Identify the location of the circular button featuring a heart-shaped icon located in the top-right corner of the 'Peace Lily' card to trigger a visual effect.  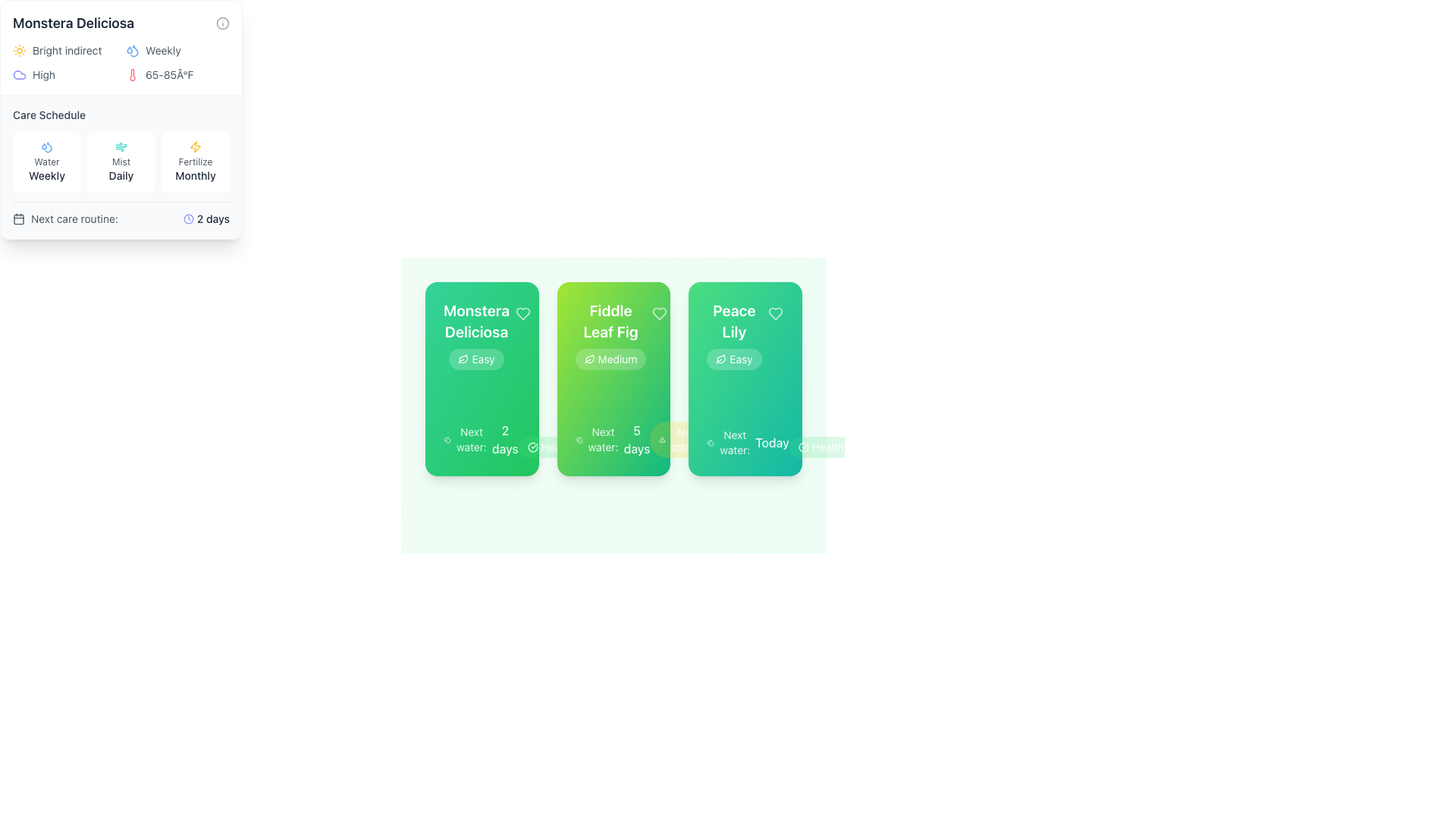
(775, 312).